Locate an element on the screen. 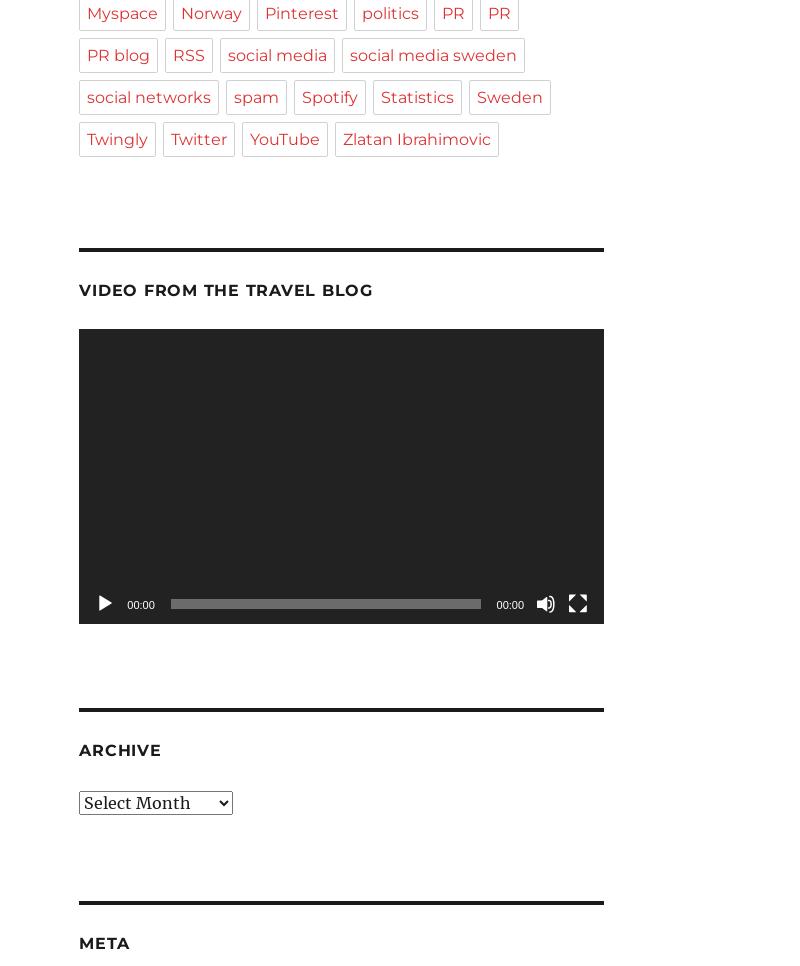  'social media' is located at coordinates (277, 55).